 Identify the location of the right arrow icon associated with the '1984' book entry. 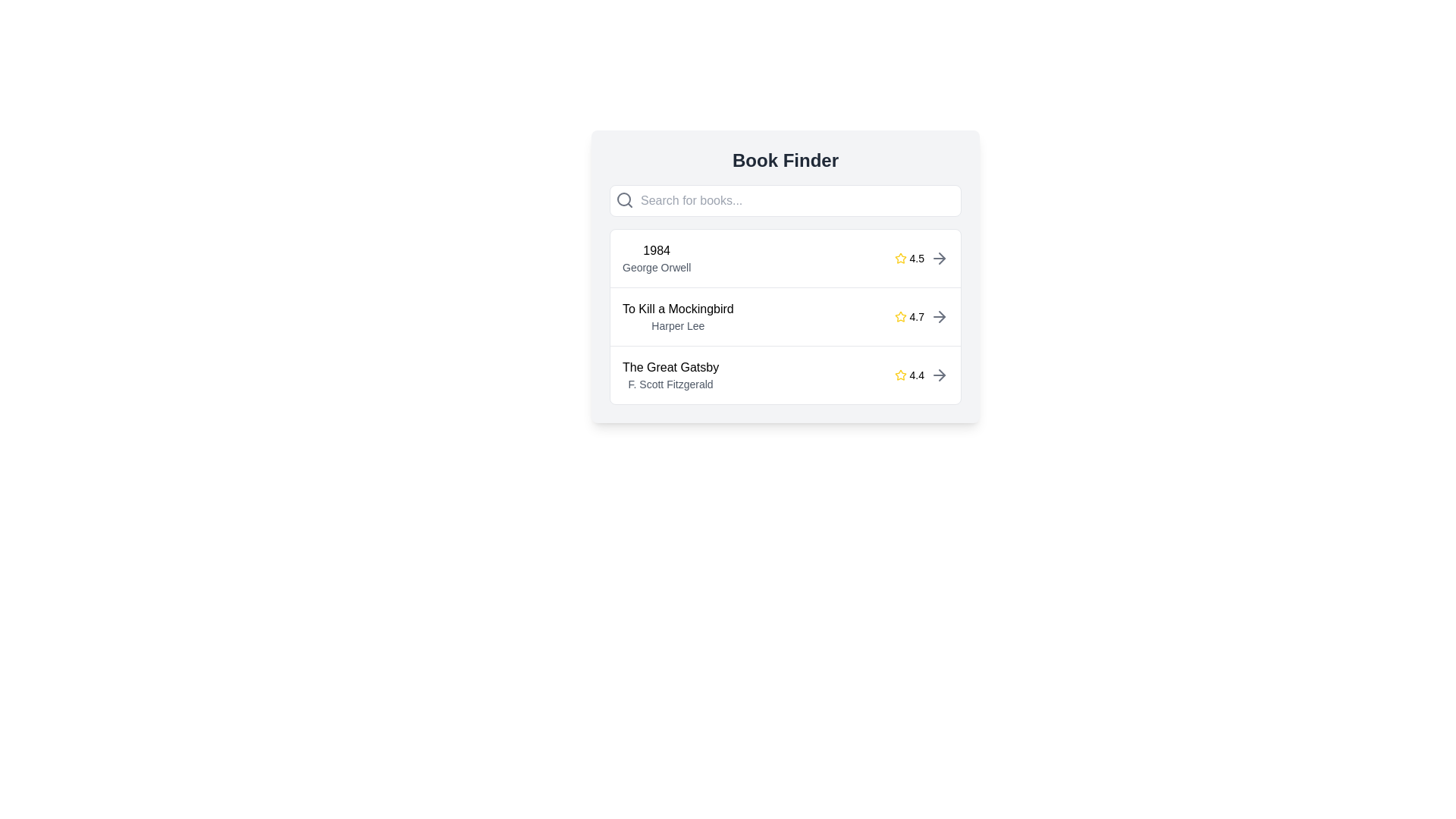
(938, 257).